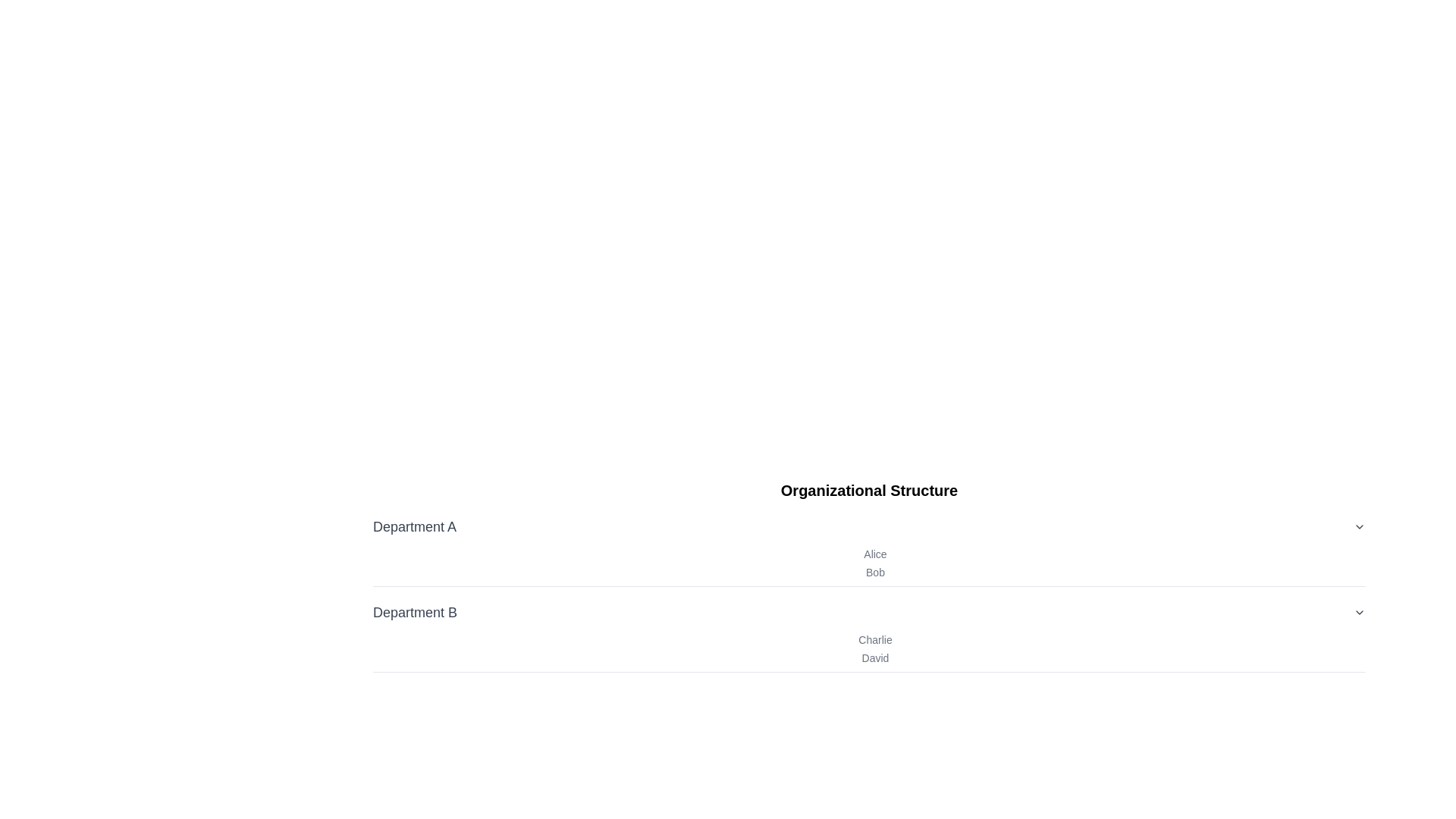  What do you see at coordinates (869, 491) in the screenshot?
I see `the Header Text that indicates the overarching theme or topic of the section, which is the structure of an organization` at bounding box center [869, 491].